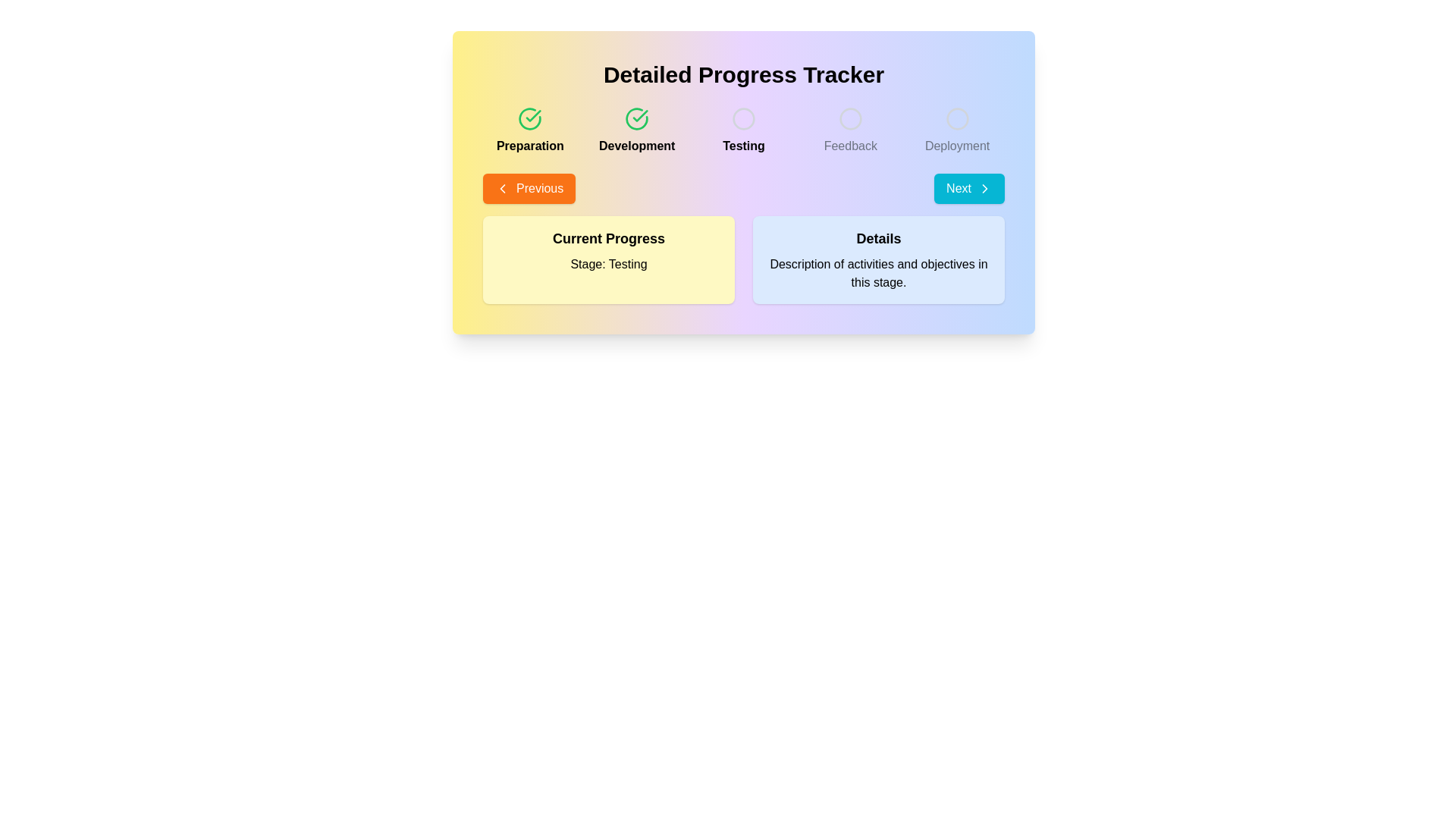 This screenshot has width=1456, height=819. I want to click on descriptive information presented in the Text block located at the bottom section of the 'Details' box, which is positioned toward the right side of the main interface layout, so click(878, 274).